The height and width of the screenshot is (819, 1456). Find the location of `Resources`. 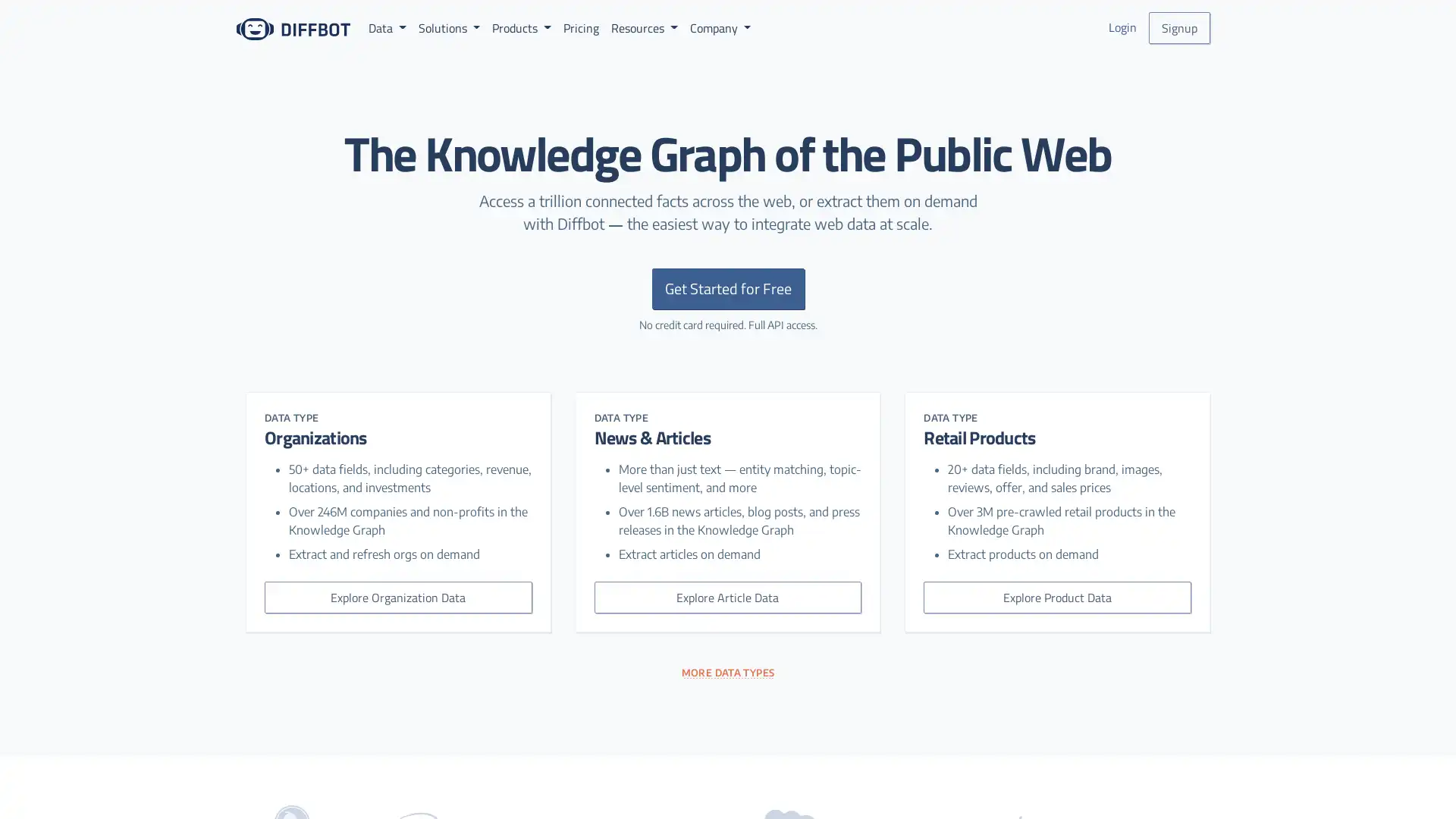

Resources is located at coordinates (644, 28).